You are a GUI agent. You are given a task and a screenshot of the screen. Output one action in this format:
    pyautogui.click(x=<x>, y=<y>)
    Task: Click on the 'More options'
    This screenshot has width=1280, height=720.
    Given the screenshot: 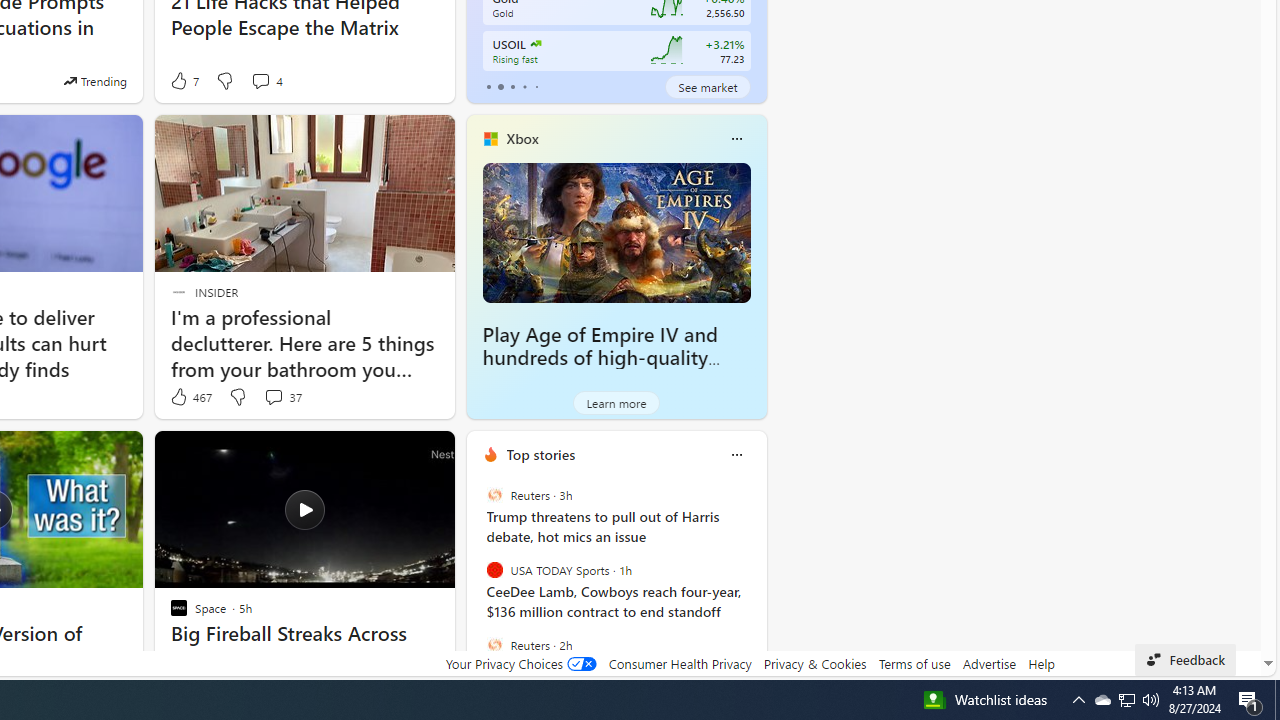 What is the action you would take?
    pyautogui.click(x=735, y=454)
    